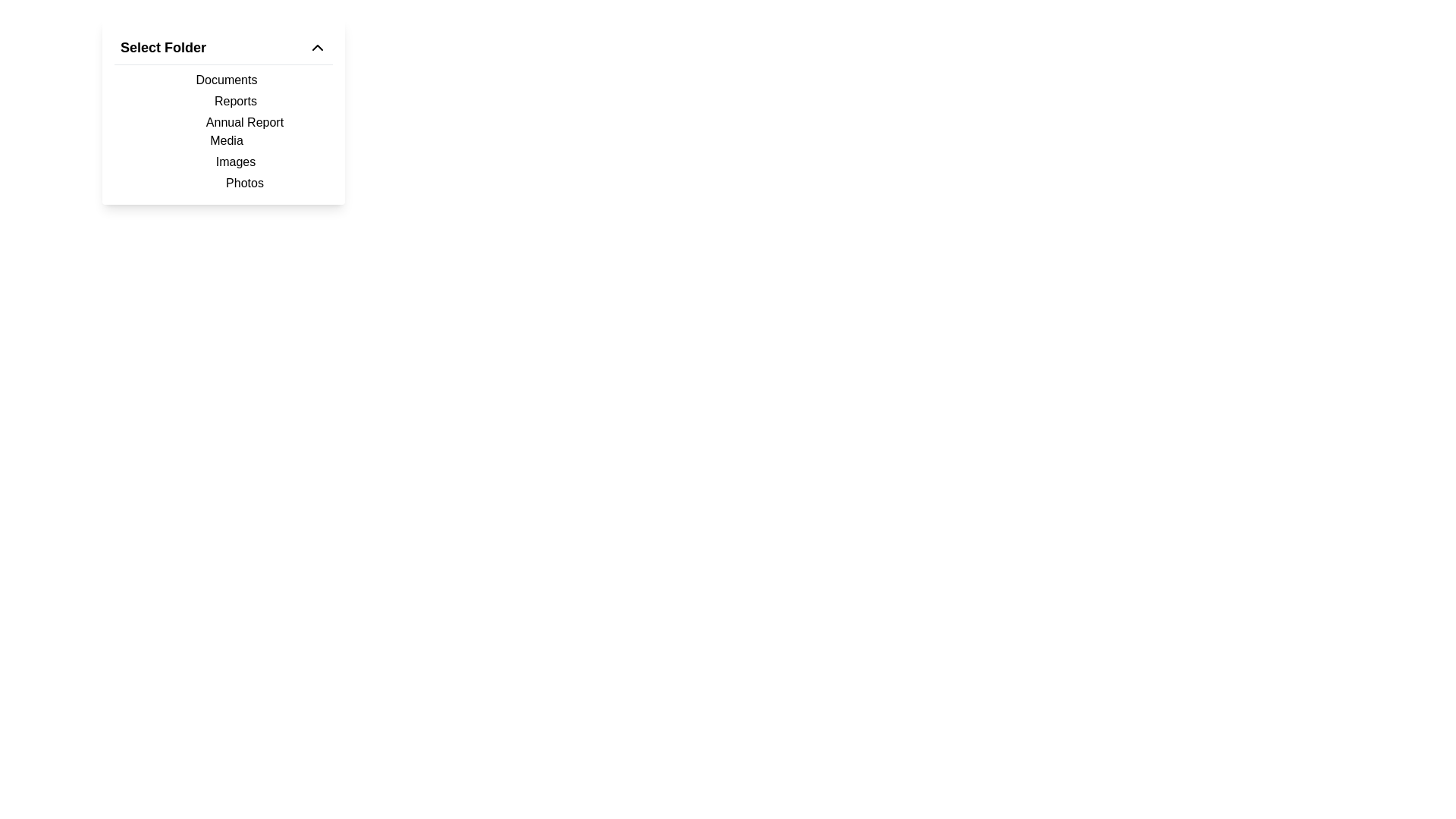 Image resolution: width=1456 pixels, height=819 pixels. I want to click on the text label displaying 'Documents', so click(225, 80).